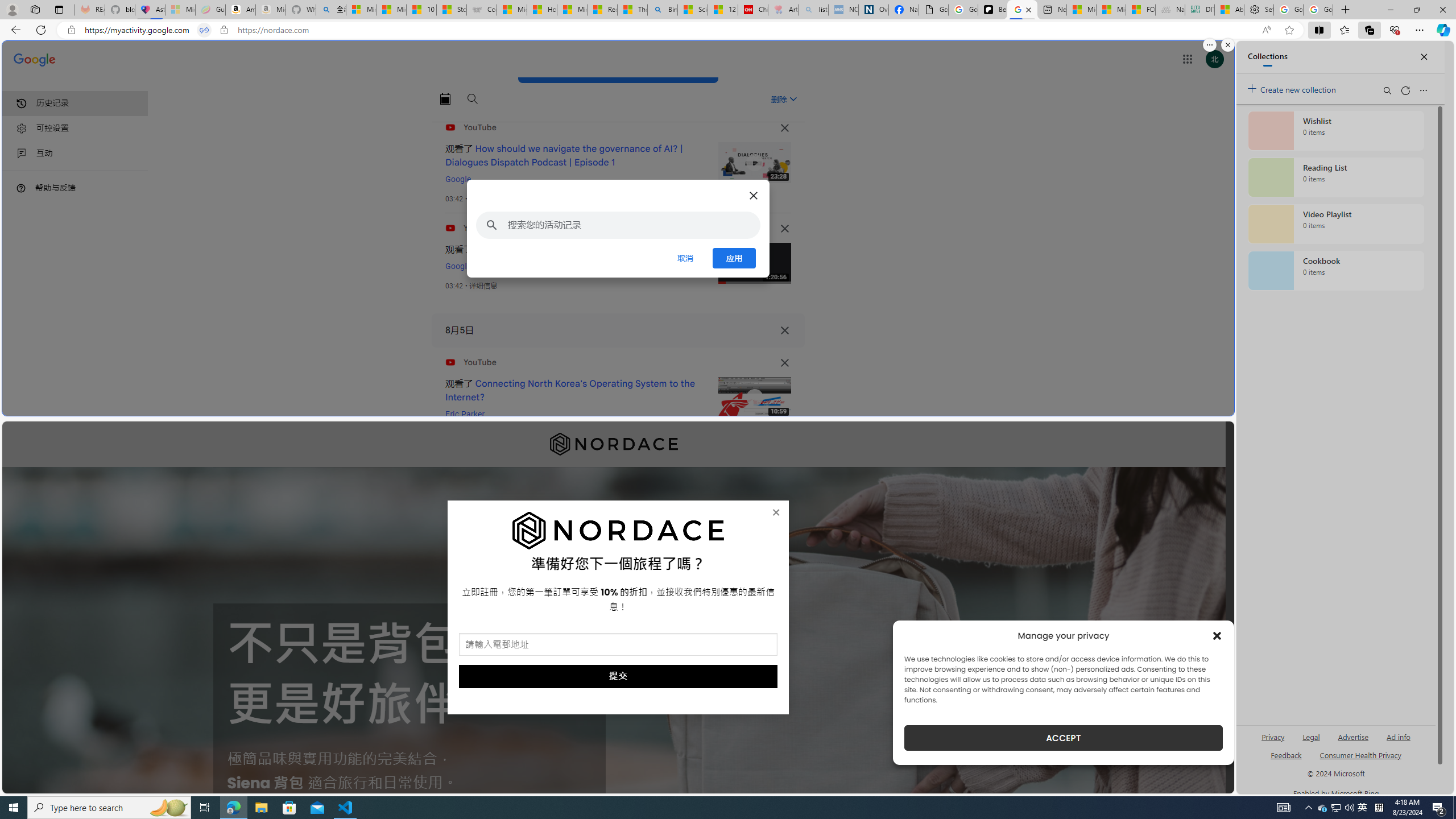 Image resolution: width=1456 pixels, height=819 pixels. Describe the element at coordinates (1140, 9) in the screenshot. I see `'FOX News - MSN'` at that location.